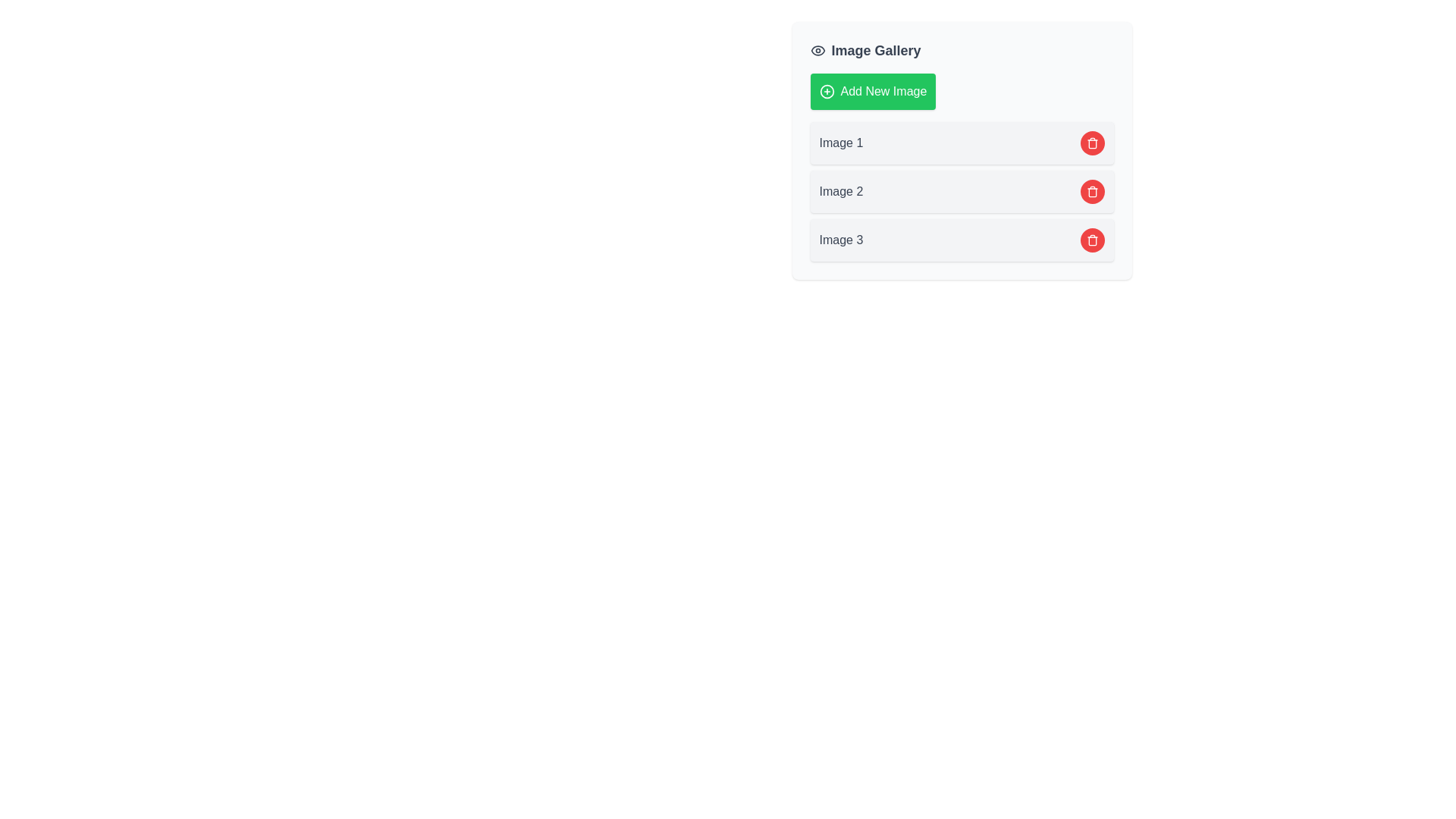  I want to click on trash icon graphic element, which is the outline of the trash can's body within the delete button of the second entry, for styling or design, so click(1092, 192).